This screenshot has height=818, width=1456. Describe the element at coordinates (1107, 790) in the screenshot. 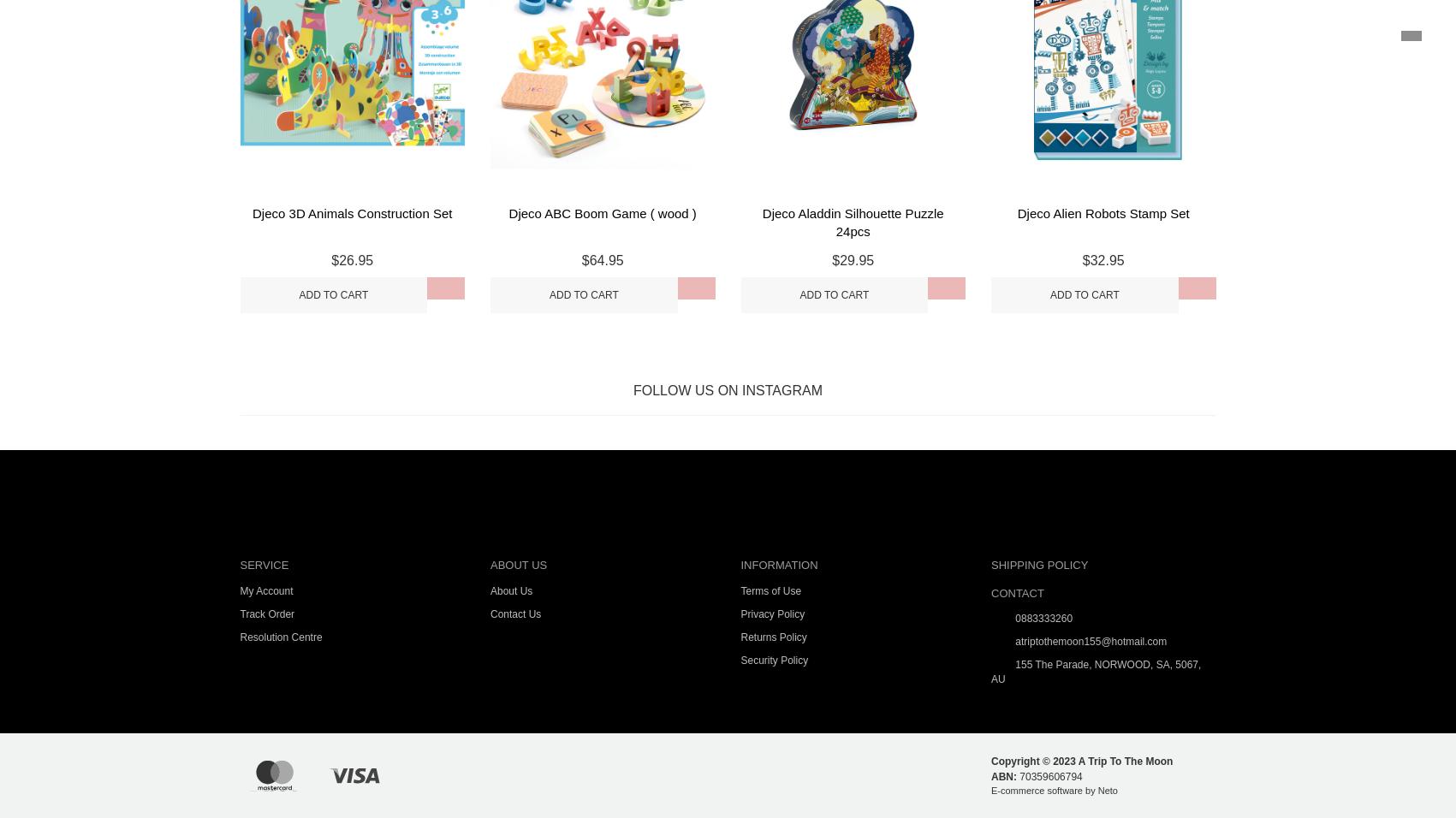

I see `'Neto'` at that location.